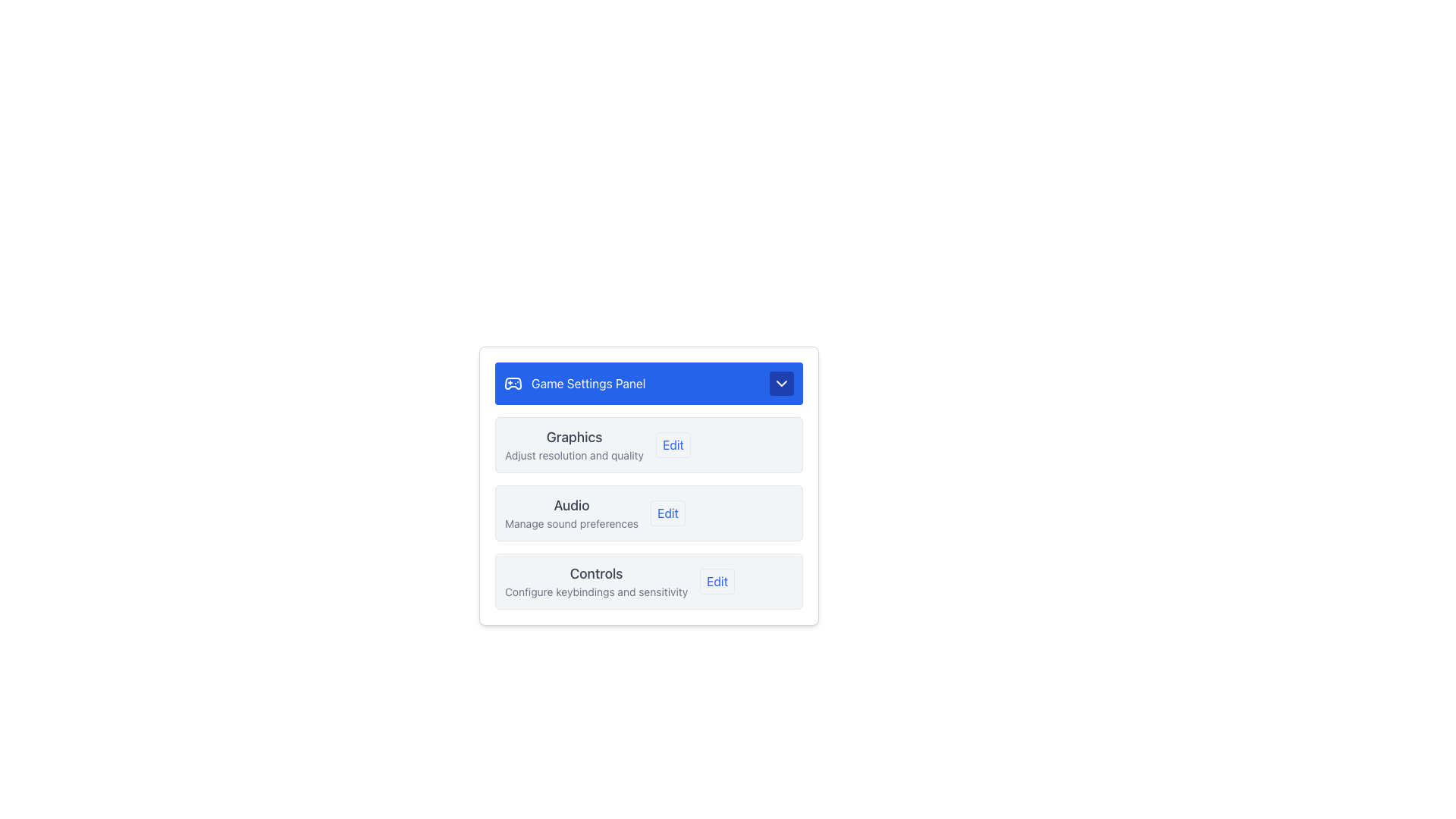 Image resolution: width=1456 pixels, height=819 pixels. I want to click on the 'Edit' button located to the right of the 'Graphics' and 'Adjust resolution and quality' text group in the 'Graphics' section of the 'Game Settings Panel', so click(673, 444).